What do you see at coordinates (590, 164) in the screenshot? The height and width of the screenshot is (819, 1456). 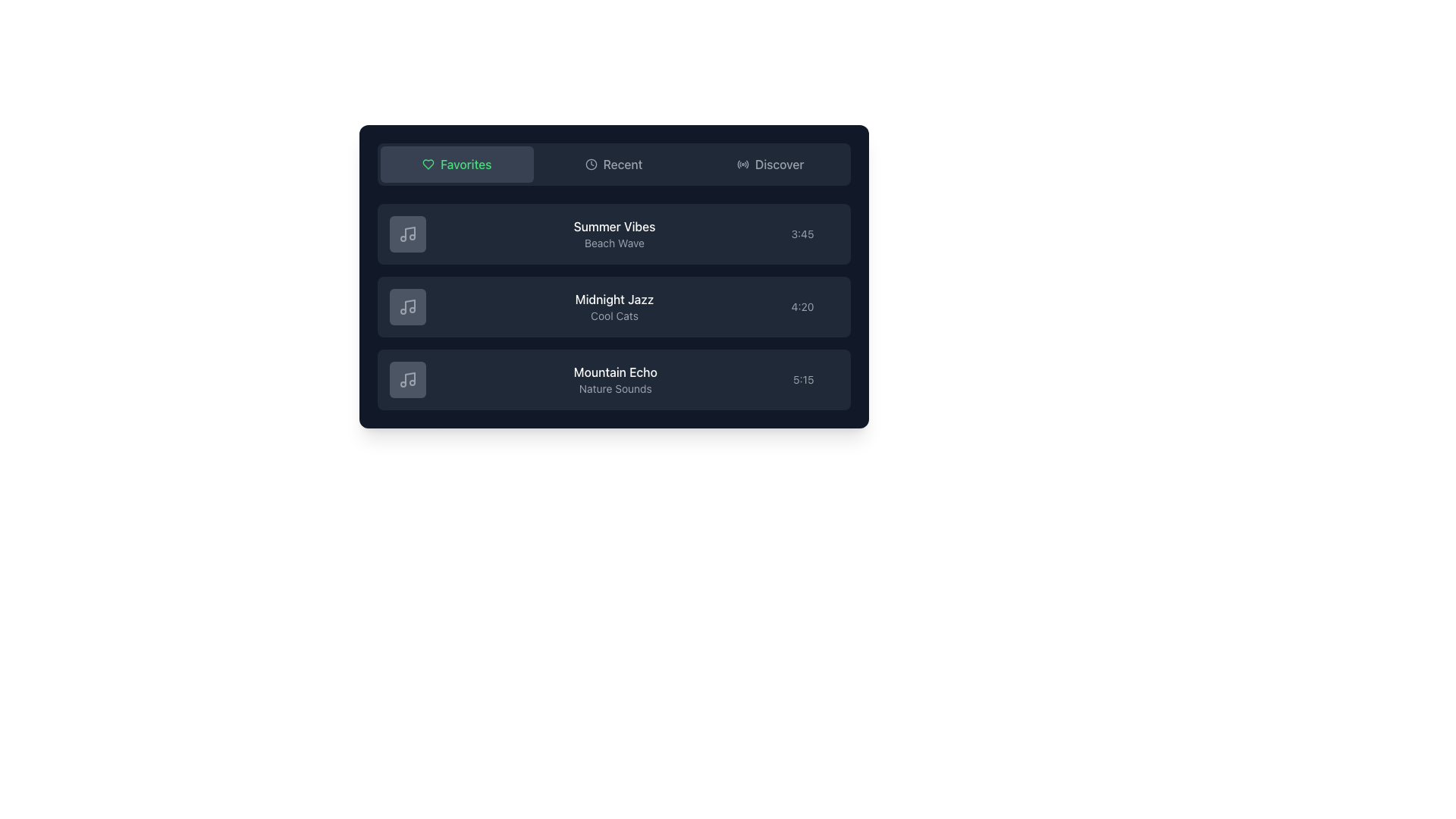 I see `the 'Recent' tab icon located centrally among the horizontal set of tabs for navigation` at bounding box center [590, 164].